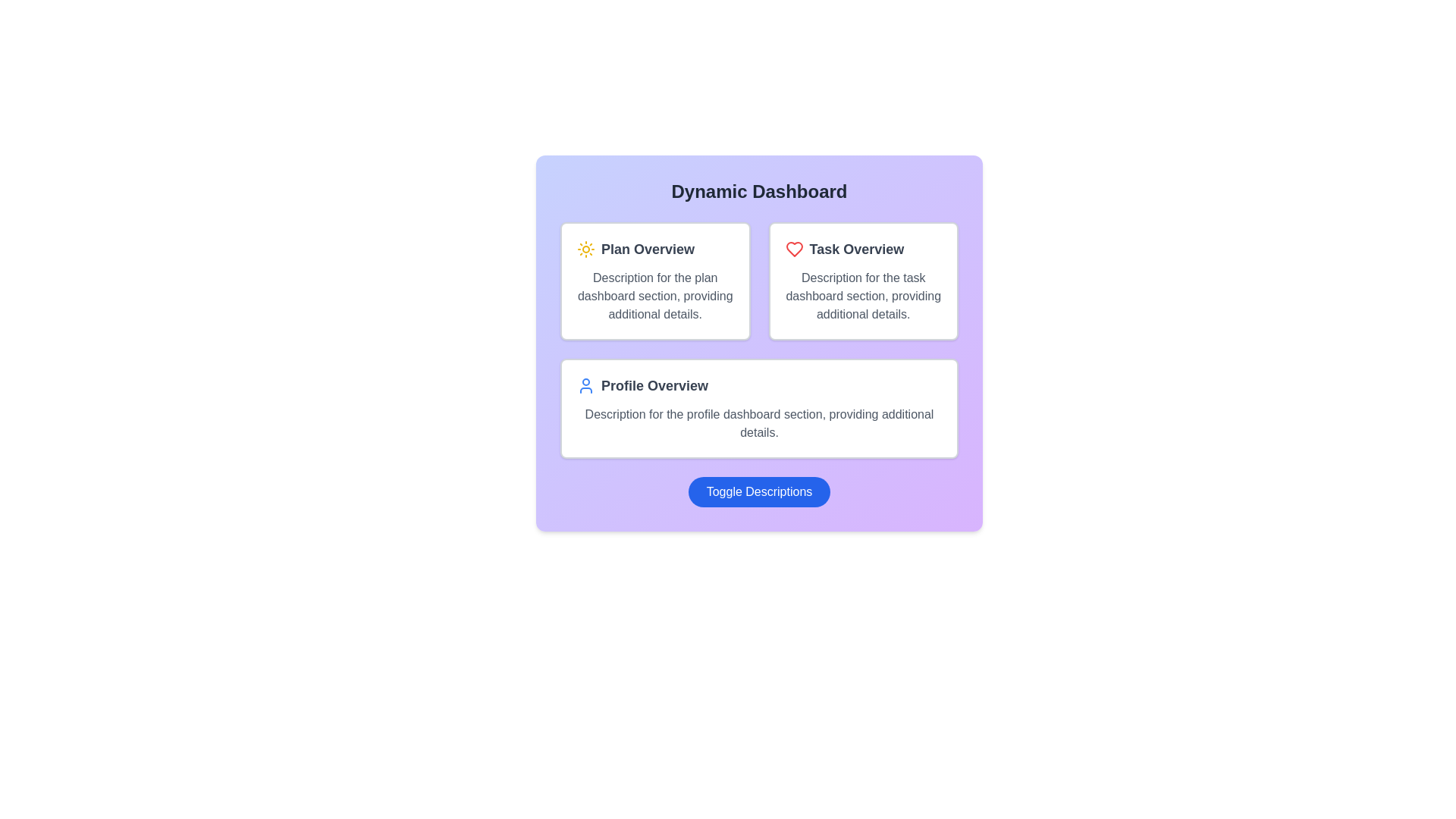  Describe the element at coordinates (585, 248) in the screenshot. I see `the sun icon representing brightness located within the 'Plan Overview' card, positioned at the top-left of the three centrally aligned cards` at that location.